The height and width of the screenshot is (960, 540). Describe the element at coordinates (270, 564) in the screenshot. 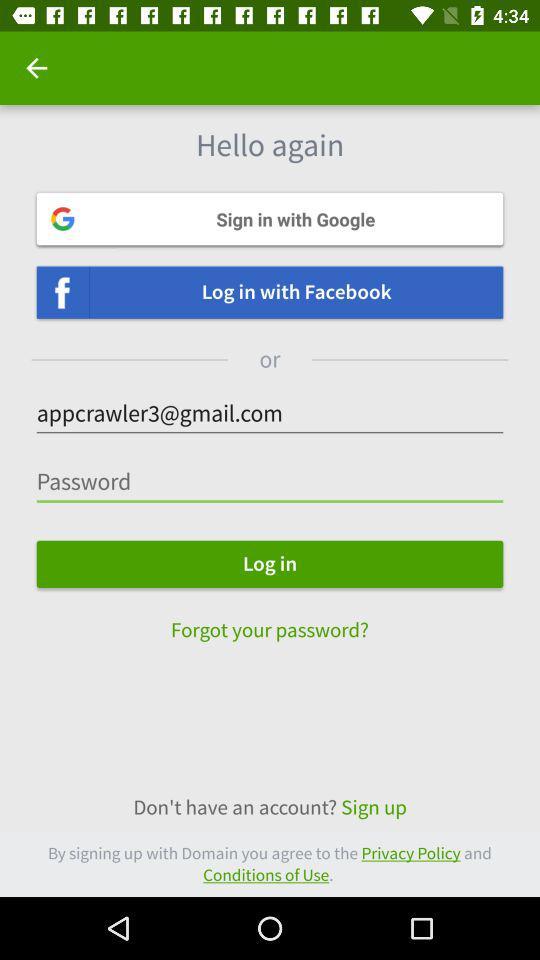

I see `log in` at that location.